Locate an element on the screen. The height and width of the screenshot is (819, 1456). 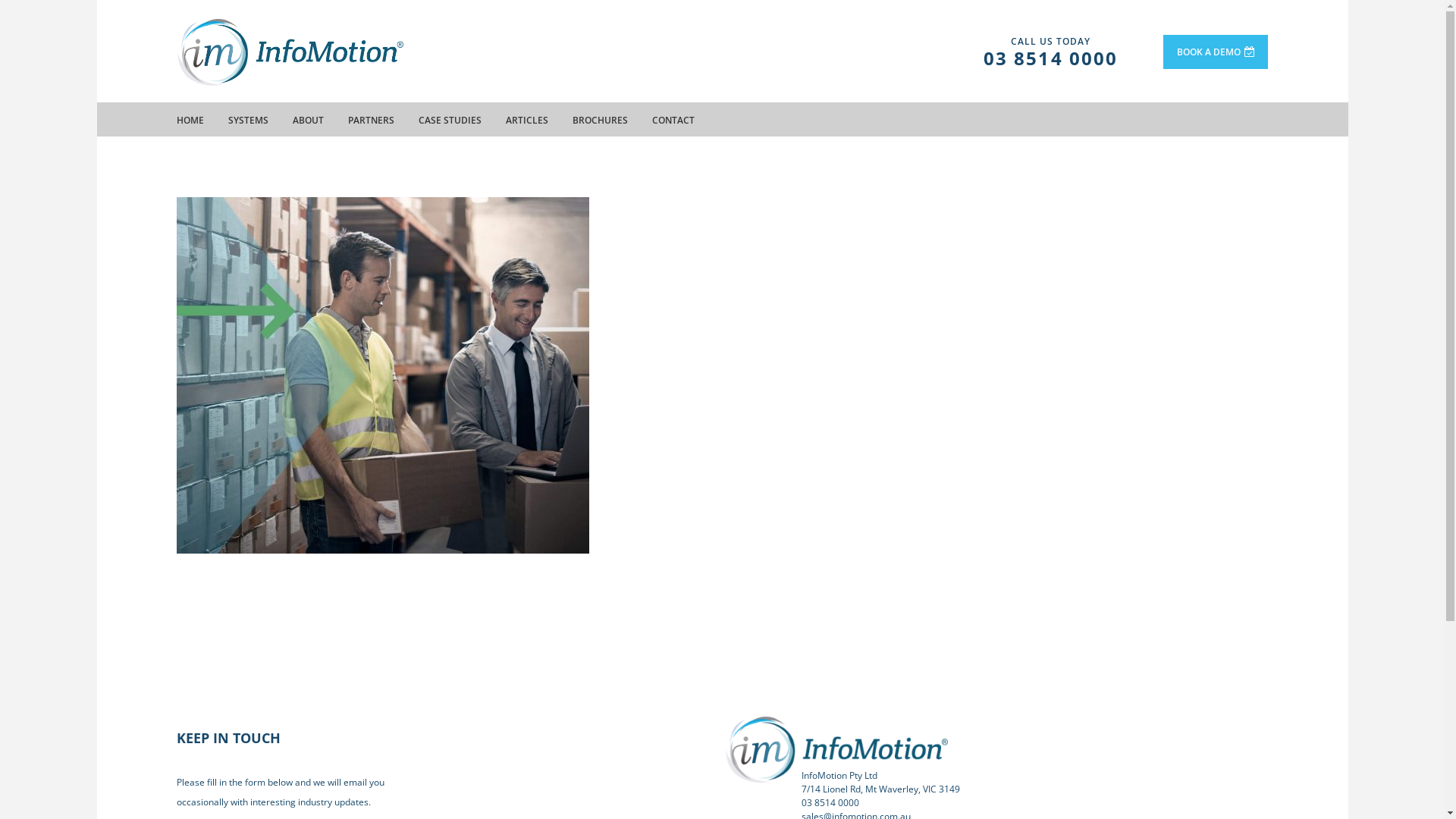
'PARTNERS' is located at coordinates (370, 119).